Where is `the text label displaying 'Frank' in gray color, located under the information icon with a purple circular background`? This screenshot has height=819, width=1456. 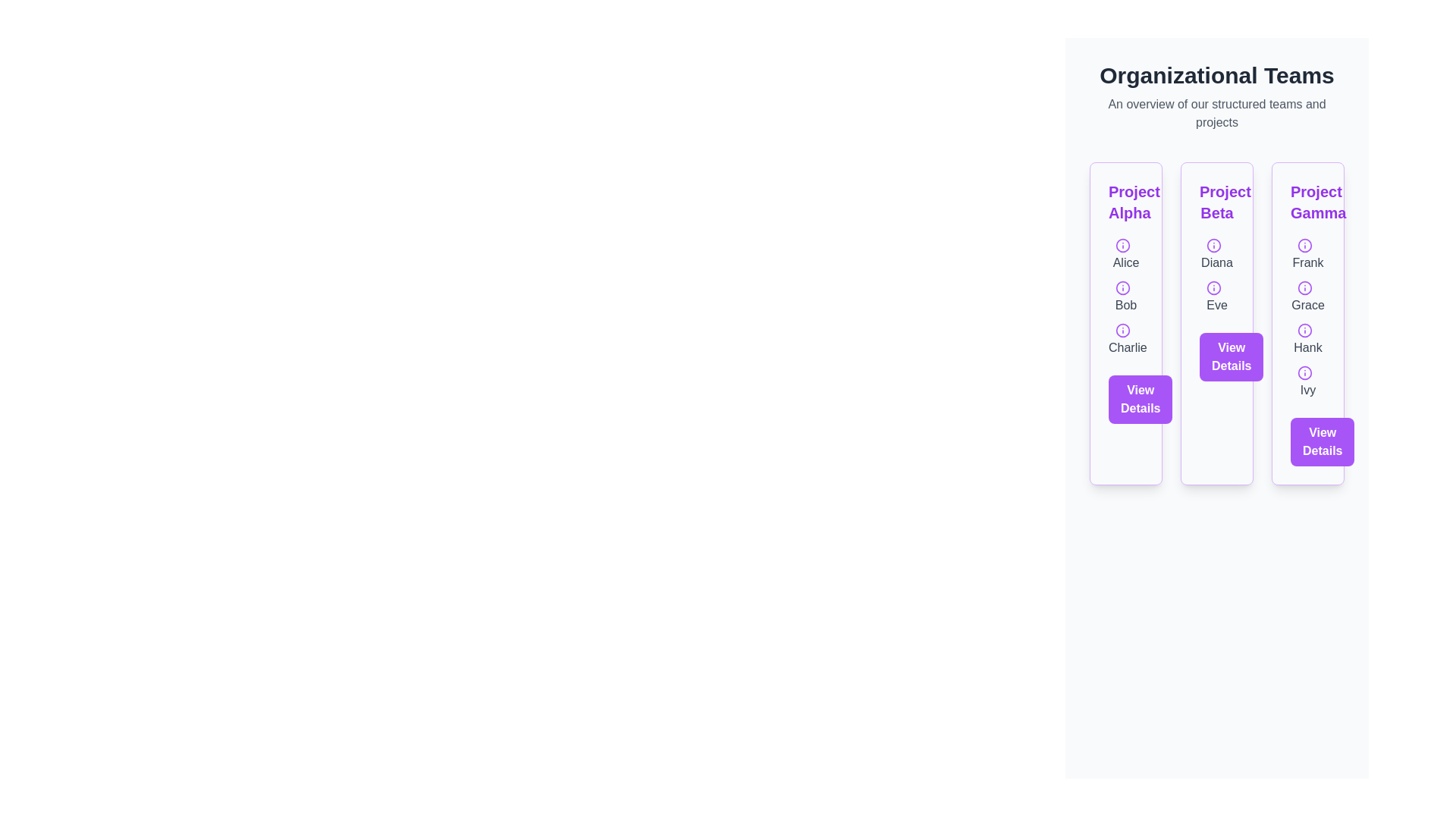
the text label displaying 'Frank' in gray color, located under the information icon with a purple circular background is located at coordinates (1307, 253).